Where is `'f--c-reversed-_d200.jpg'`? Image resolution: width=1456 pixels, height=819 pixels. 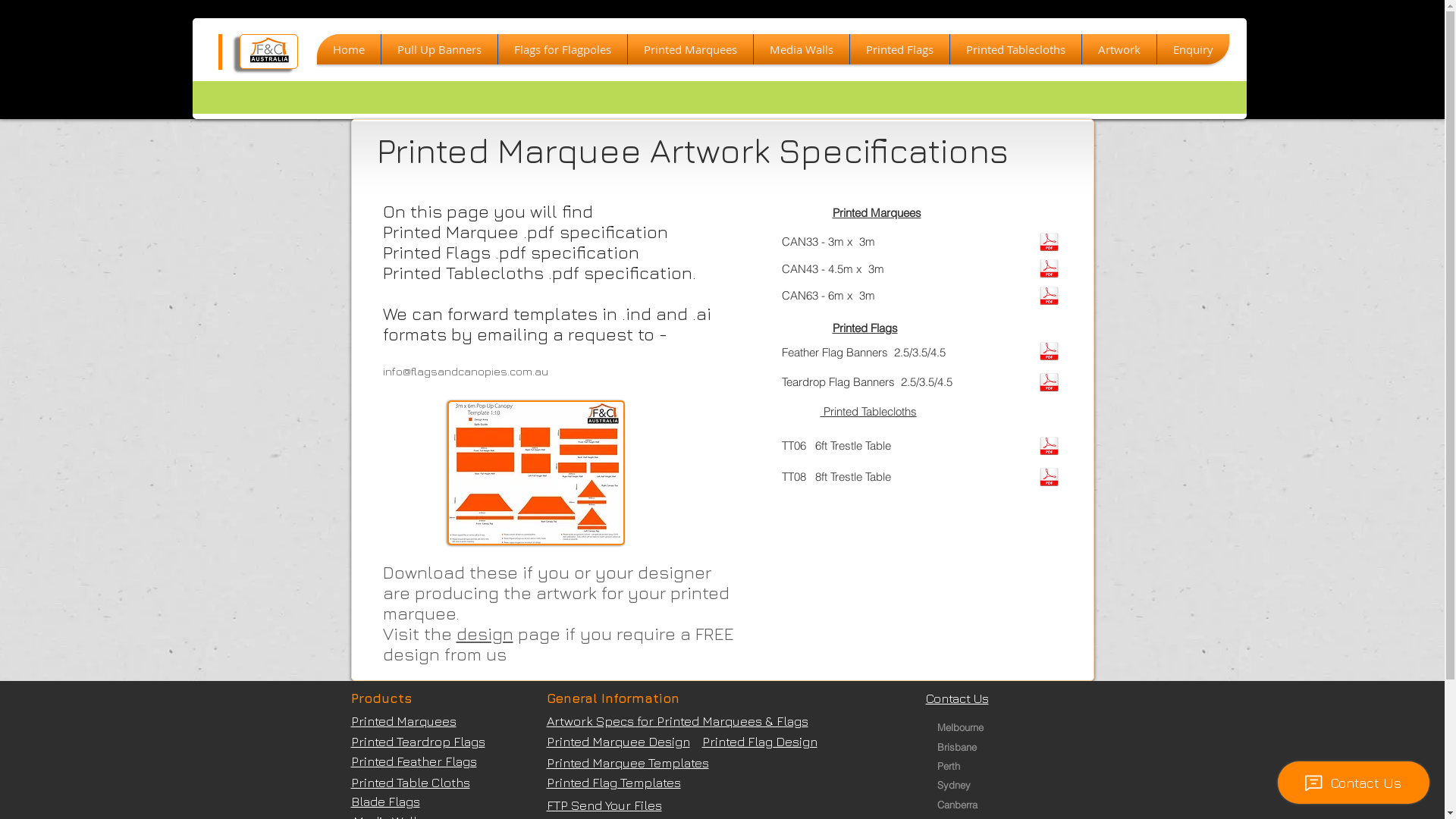
'f--c-reversed-_d200.jpg' is located at coordinates (268, 51).